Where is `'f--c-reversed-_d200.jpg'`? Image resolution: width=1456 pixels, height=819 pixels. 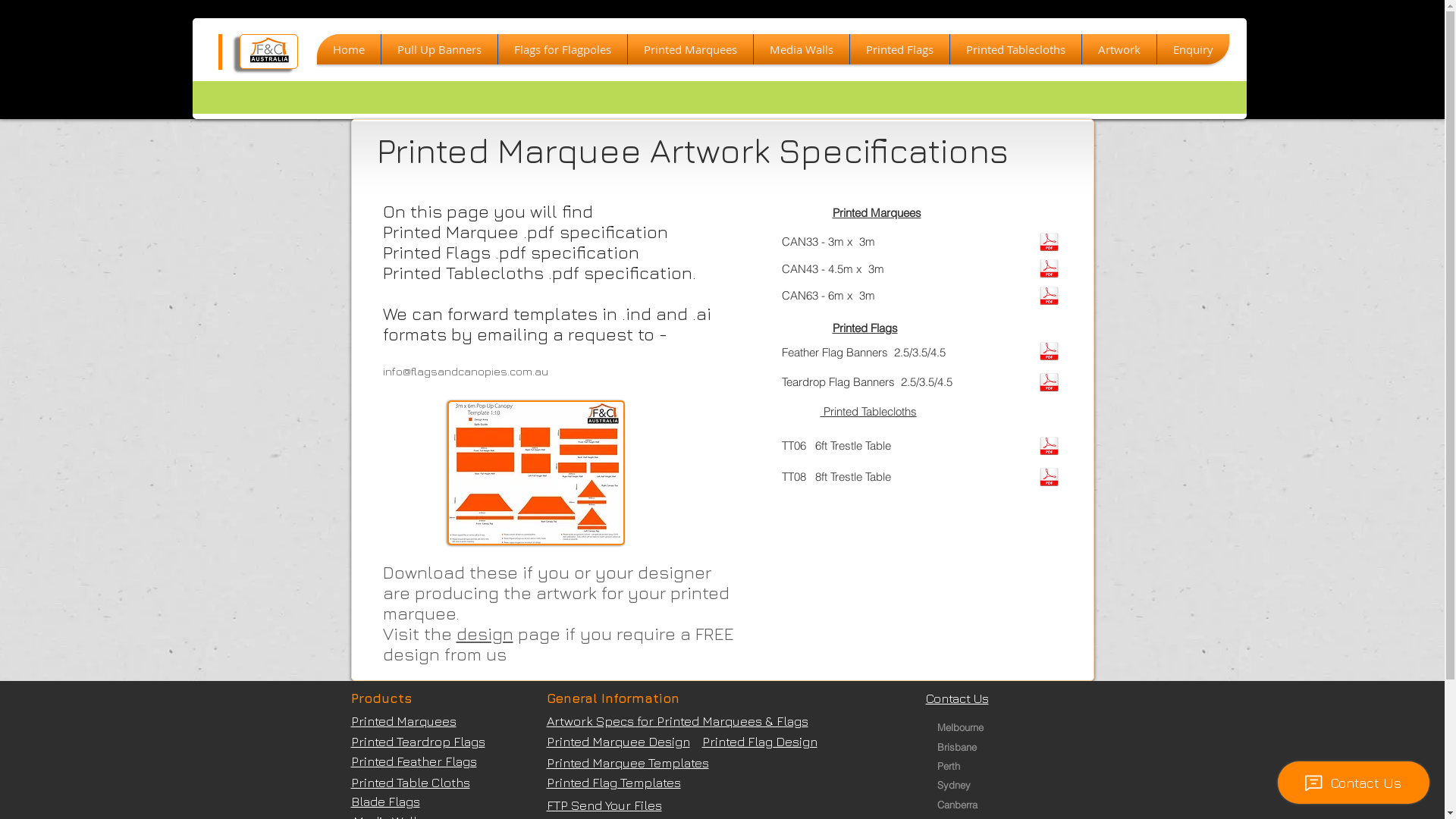
'f--c-reversed-_d200.jpg' is located at coordinates (268, 51).